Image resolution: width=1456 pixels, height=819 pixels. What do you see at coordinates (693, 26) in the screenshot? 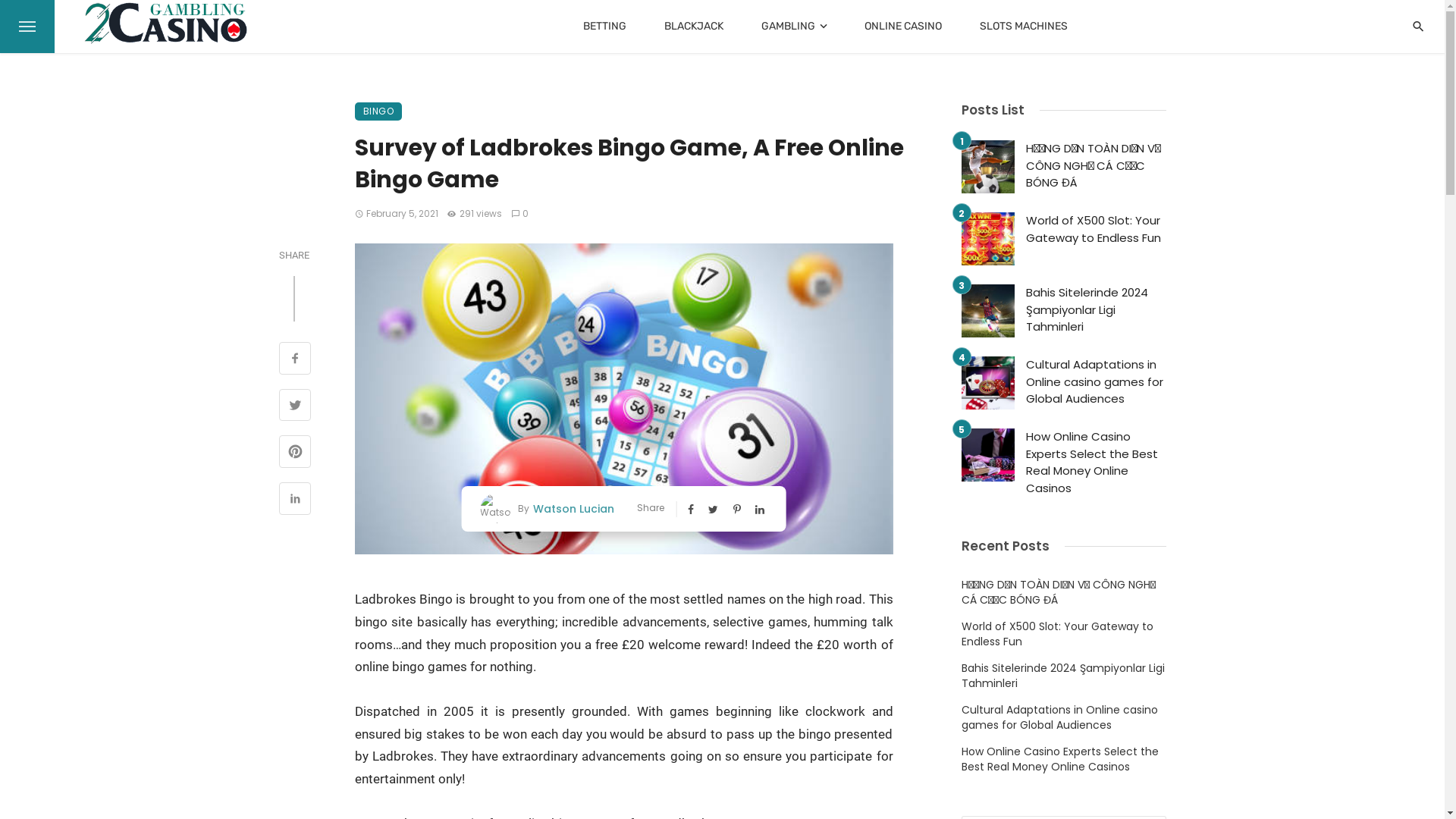
I see `'BLACKJACK'` at bounding box center [693, 26].